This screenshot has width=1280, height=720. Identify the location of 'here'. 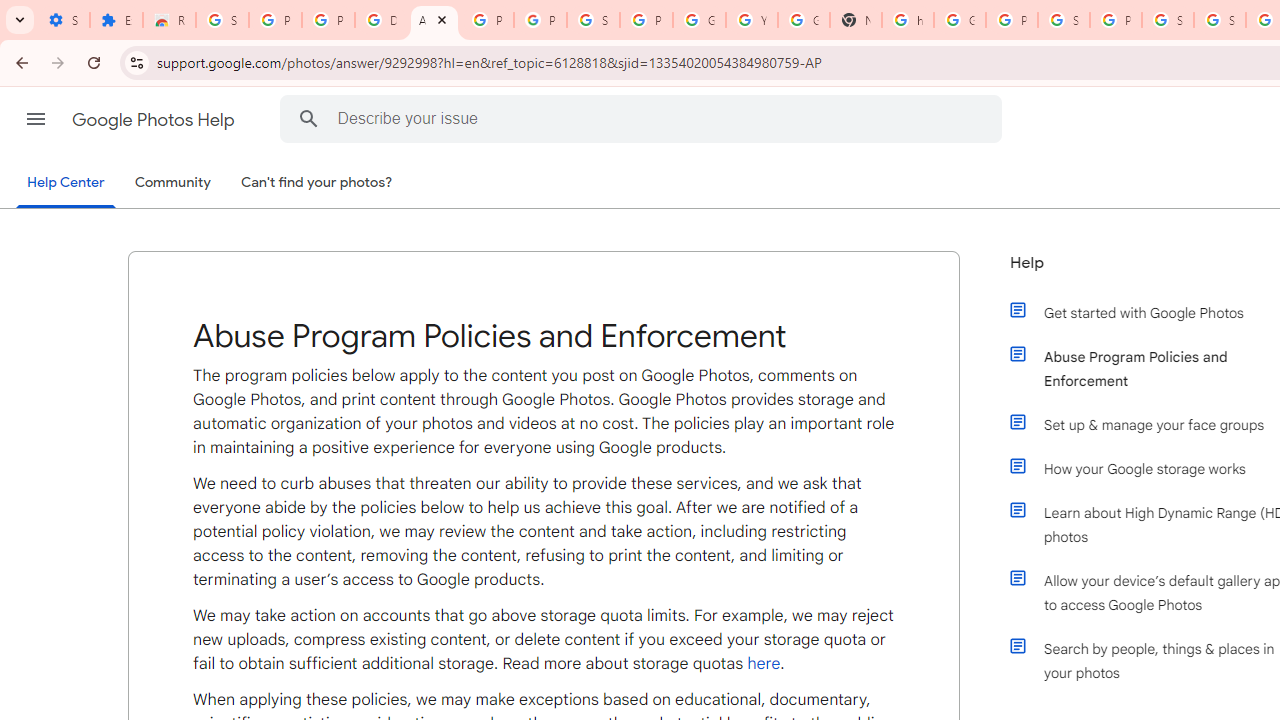
(763, 663).